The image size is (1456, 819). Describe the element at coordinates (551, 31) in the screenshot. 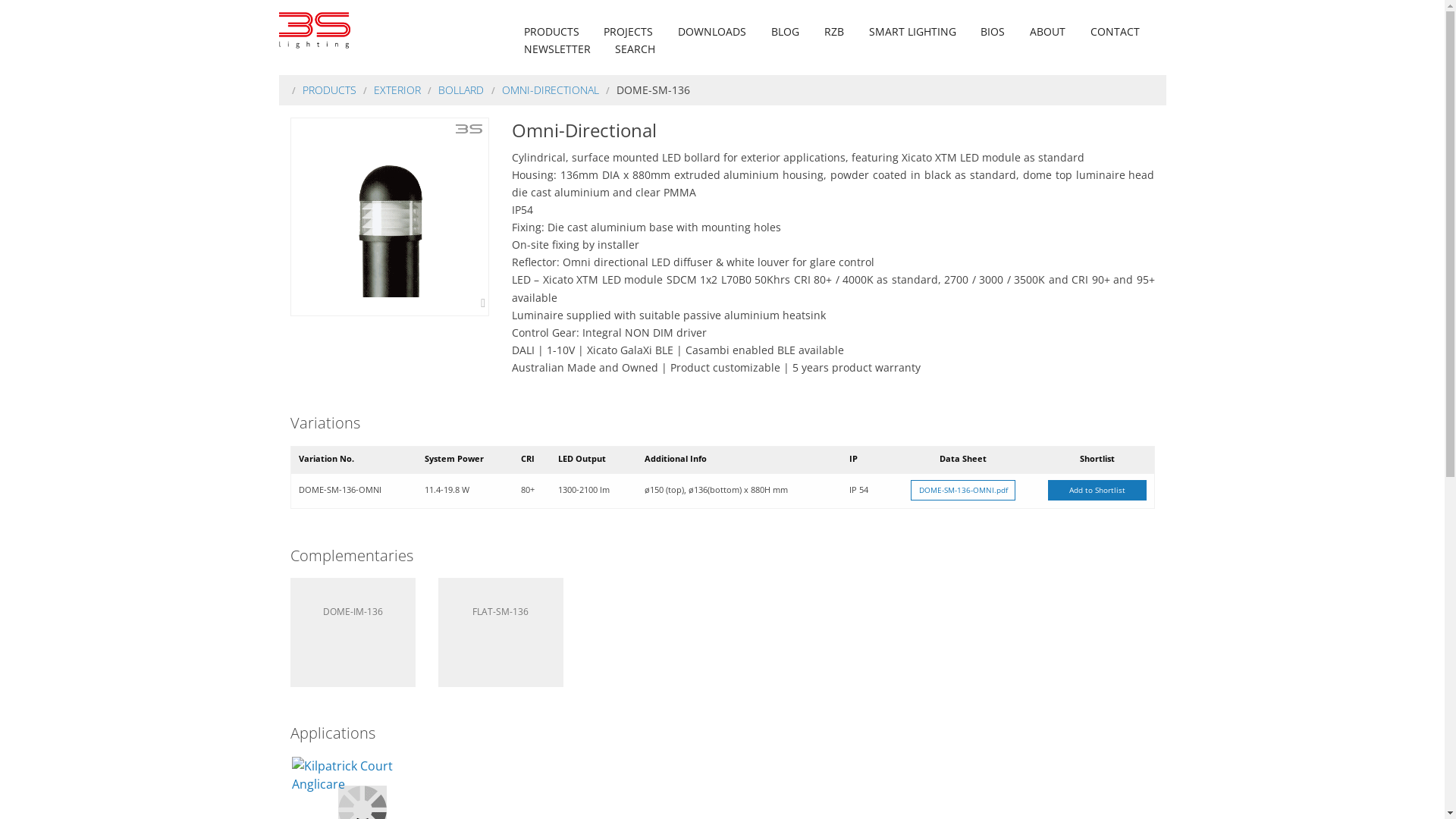

I see `'PRODUCTS'` at that location.